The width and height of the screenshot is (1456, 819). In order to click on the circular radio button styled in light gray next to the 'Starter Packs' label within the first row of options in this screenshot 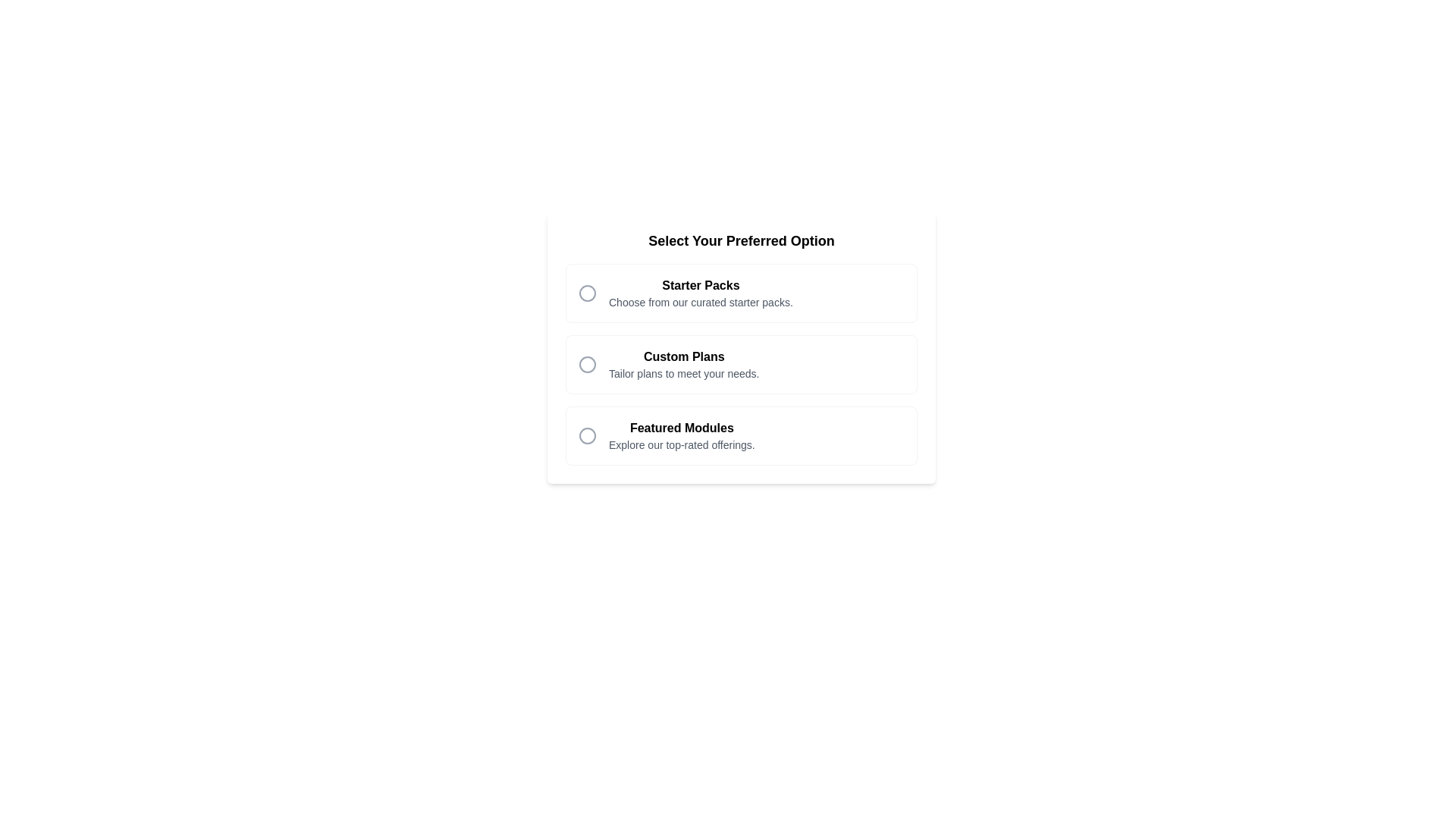, I will do `click(586, 293)`.